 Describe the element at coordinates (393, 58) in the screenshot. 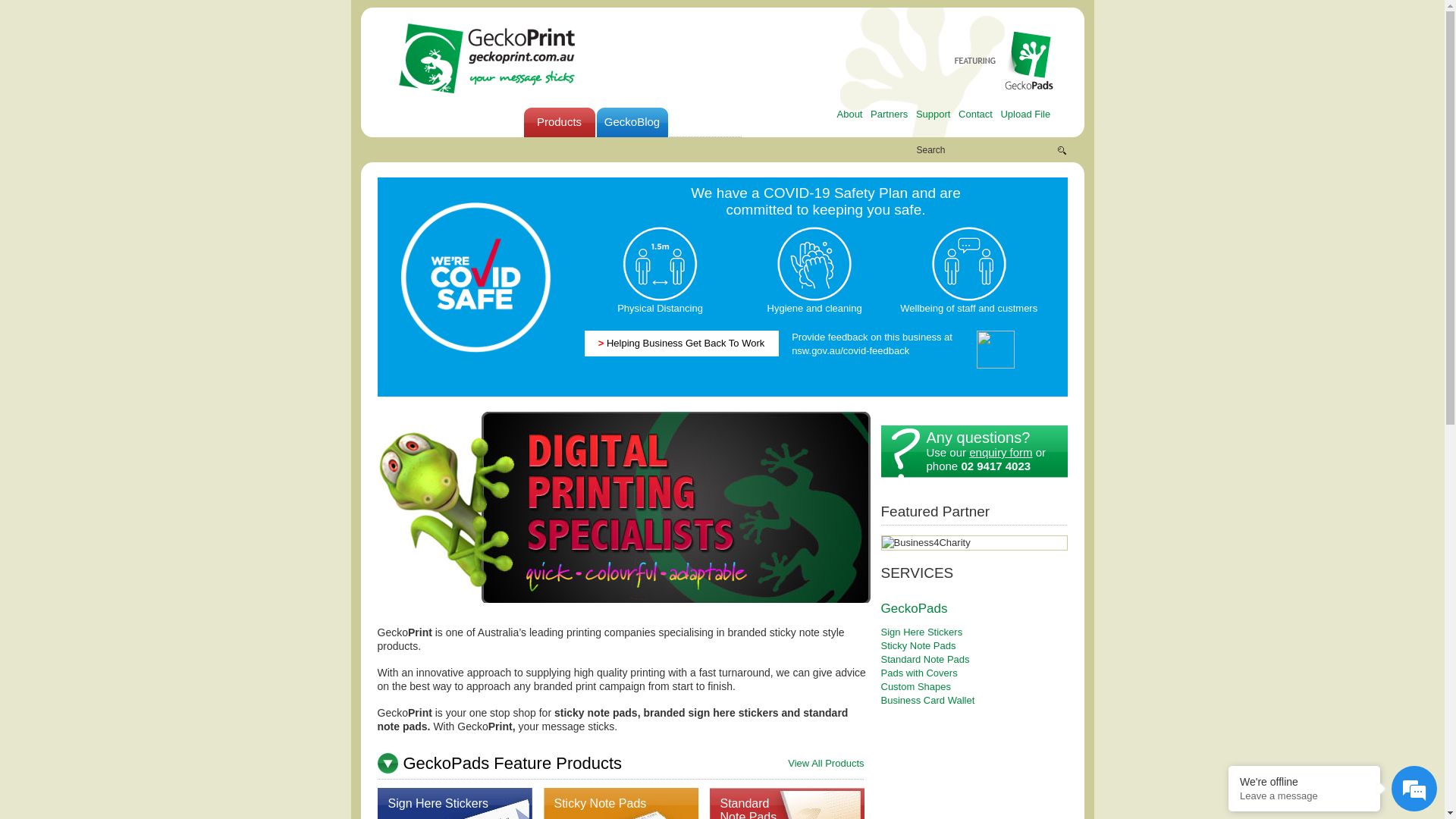

I see `'GeckoPrint - Printing Services in Sydney'` at that location.